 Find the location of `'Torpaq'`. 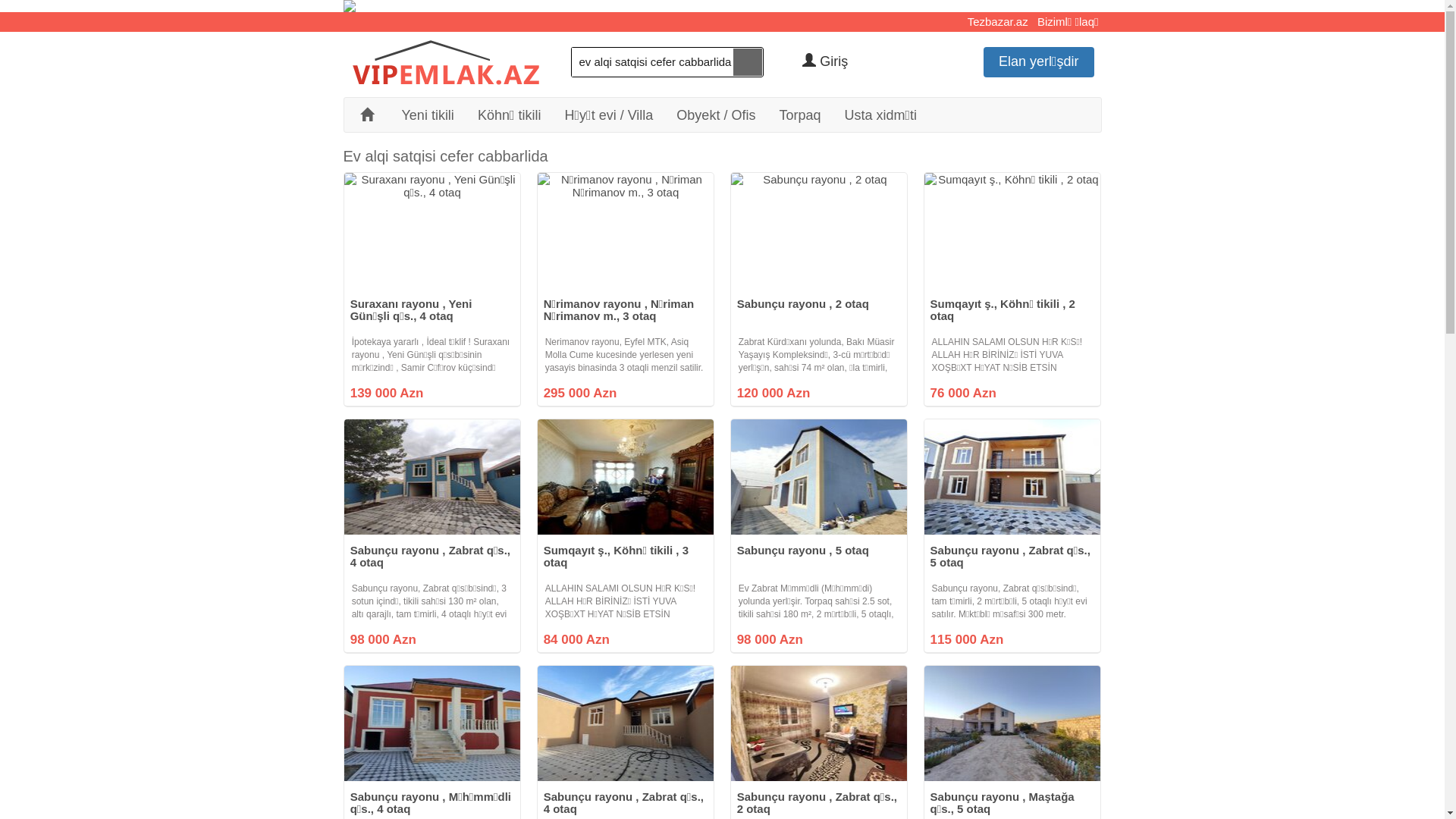

'Torpaq' is located at coordinates (799, 113).